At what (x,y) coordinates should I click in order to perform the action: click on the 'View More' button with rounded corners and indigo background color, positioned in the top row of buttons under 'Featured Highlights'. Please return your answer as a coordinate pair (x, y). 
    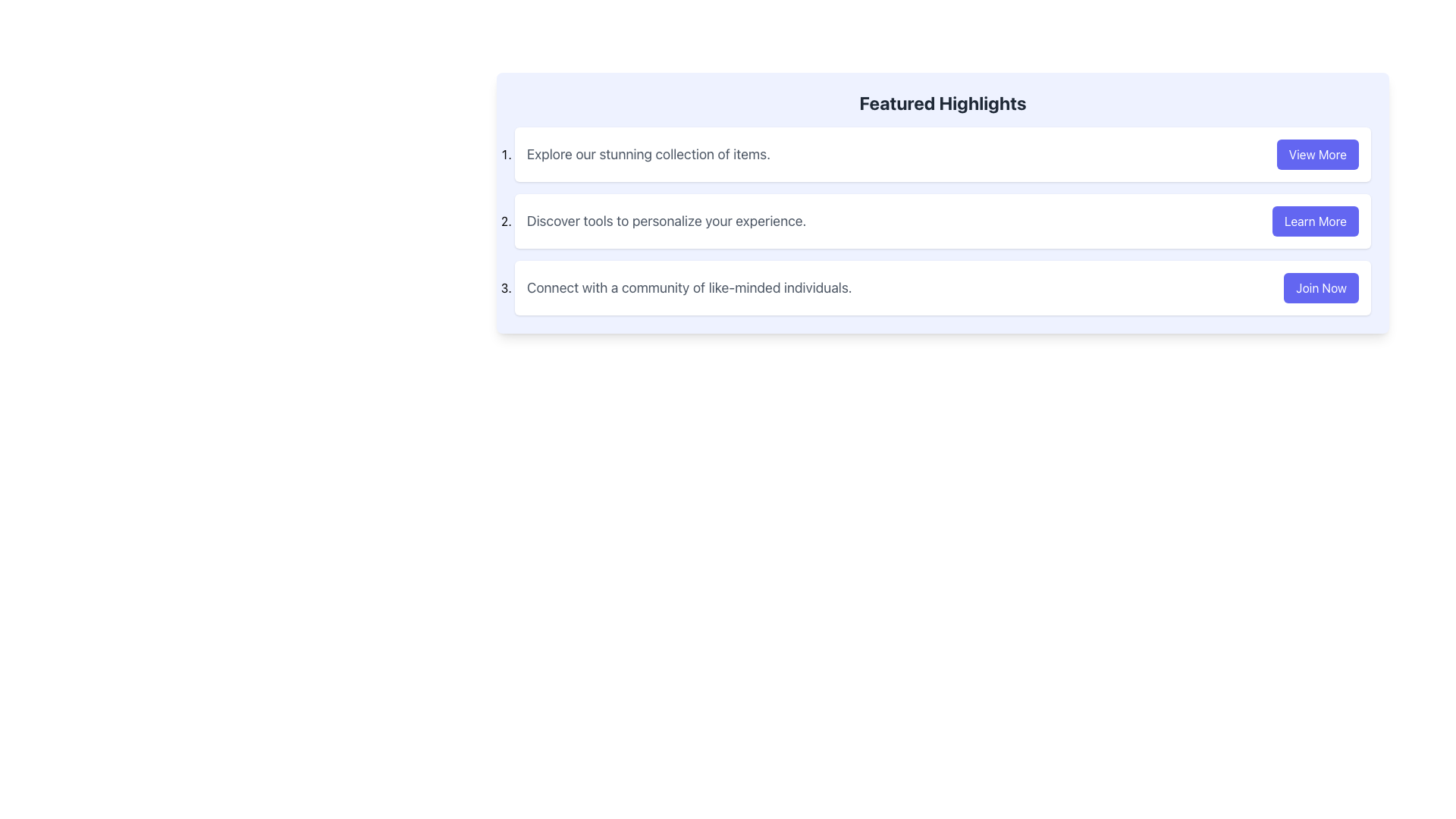
    Looking at the image, I should click on (1316, 155).